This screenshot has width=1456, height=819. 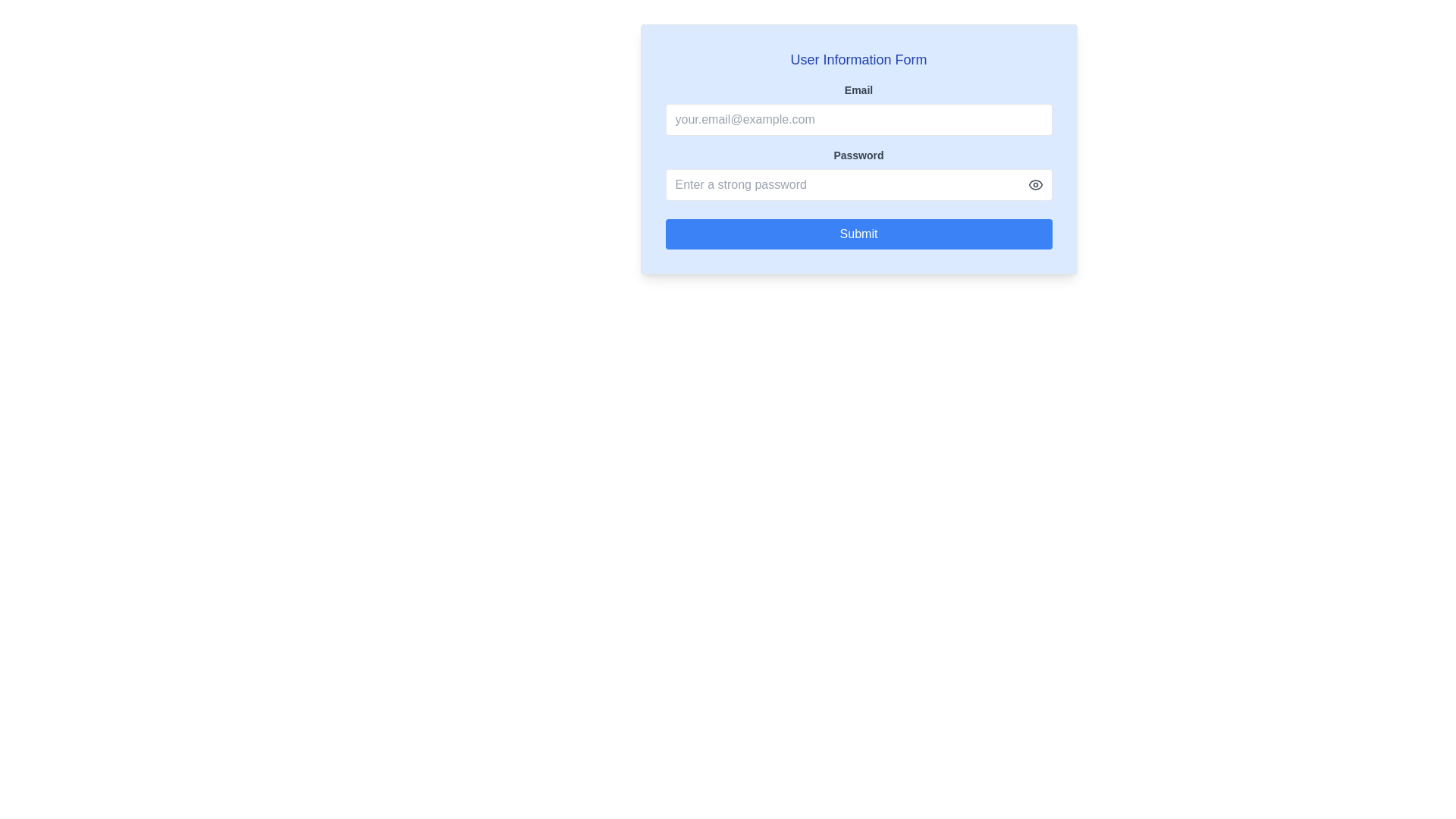 What do you see at coordinates (858, 90) in the screenshot?
I see `the label indicating the email input field in the 'User Information Form' to provide context for the user` at bounding box center [858, 90].